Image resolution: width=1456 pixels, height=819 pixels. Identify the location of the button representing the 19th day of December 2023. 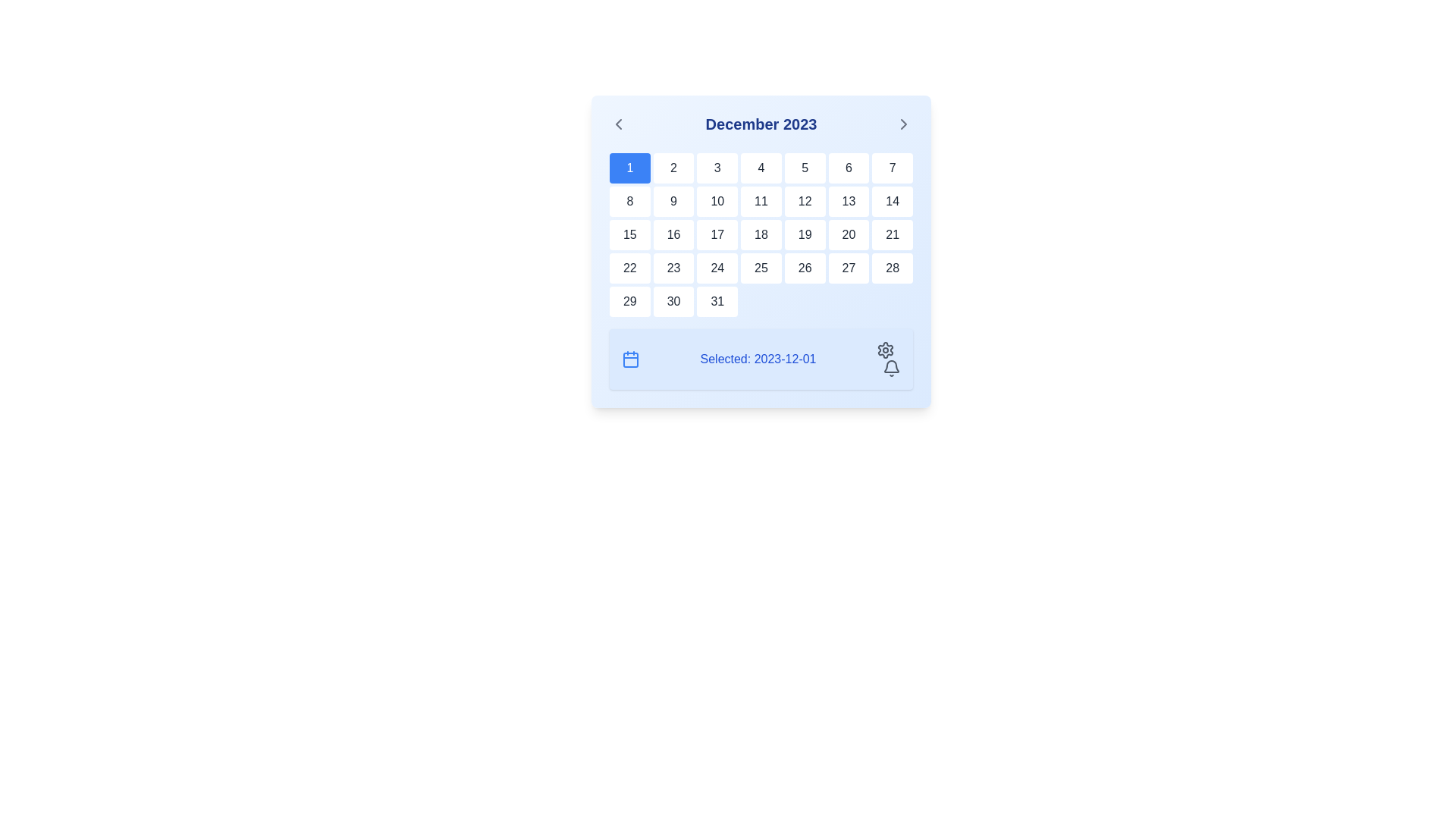
(804, 234).